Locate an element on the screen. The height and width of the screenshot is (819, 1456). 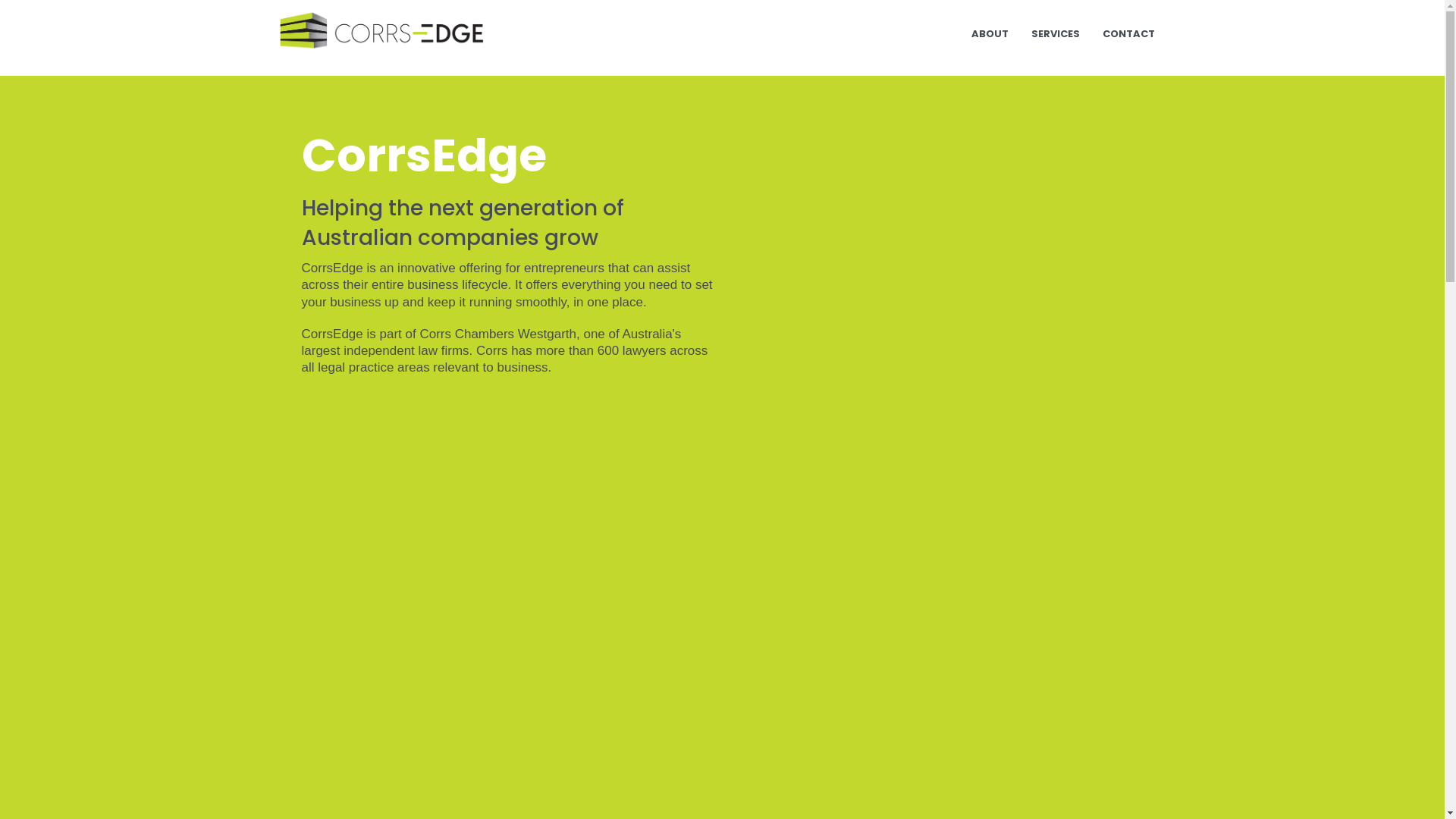
'SERVICES' is located at coordinates (1054, 34).